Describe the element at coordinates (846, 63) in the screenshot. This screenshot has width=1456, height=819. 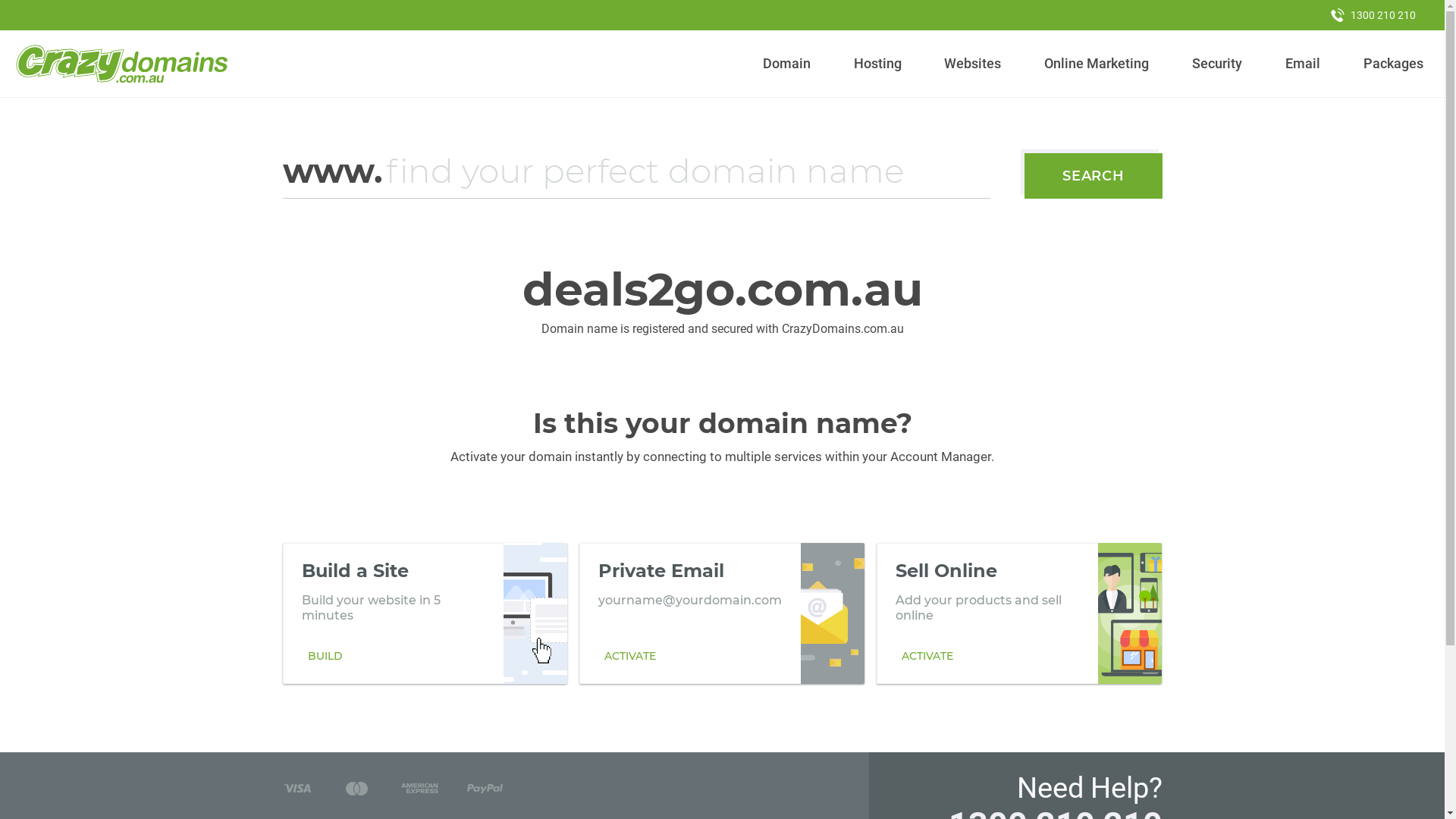
I see `'Hosting'` at that location.